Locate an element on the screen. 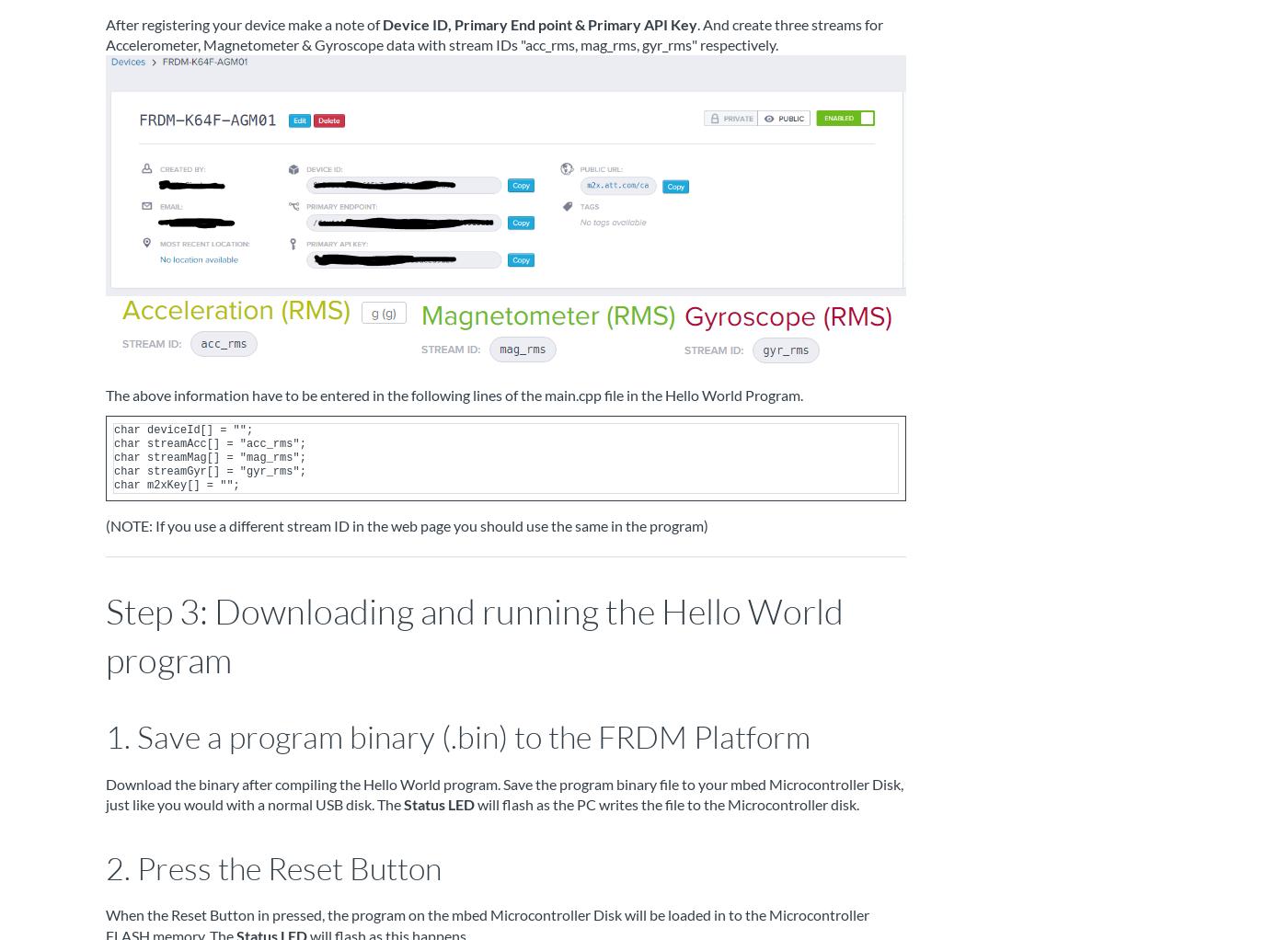 The height and width of the screenshot is (940, 1288). 'will flash as the PC writes the file to the Microcontroller disk.' is located at coordinates (667, 804).